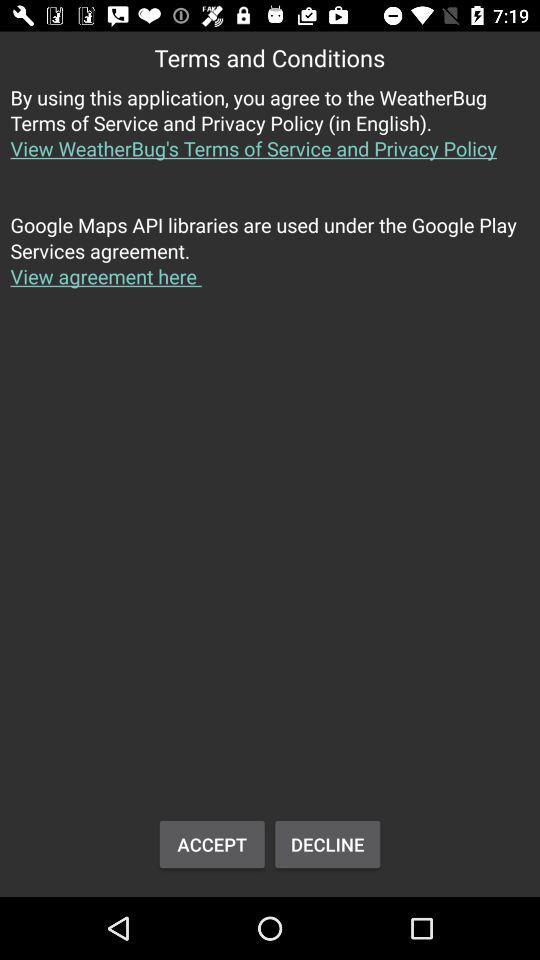  I want to click on the item below the google maps api icon, so click(211, 843).